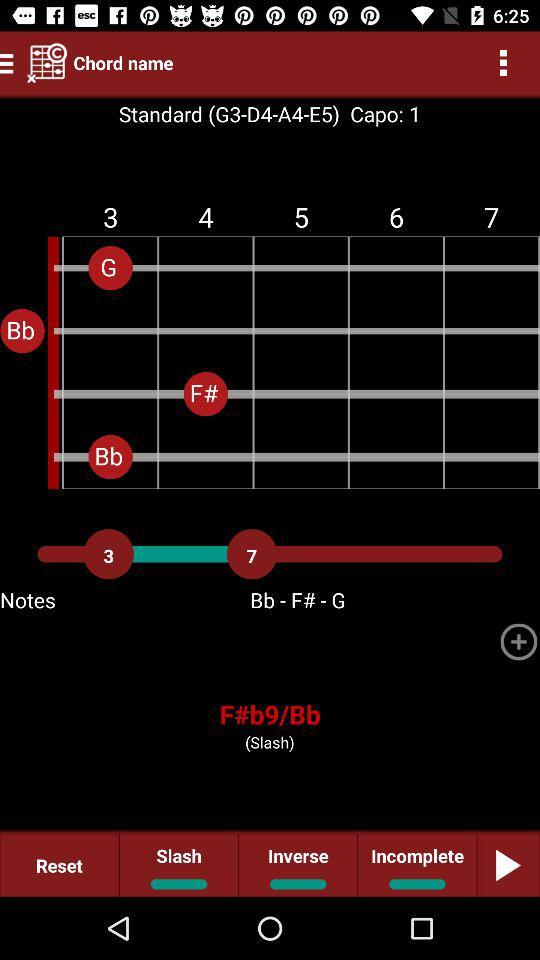 This screenshot has height=960, width=540. What do you see at coordinates (297, 864) in the screenshot?
I see `inverse item` at bounding box center [297, 864].